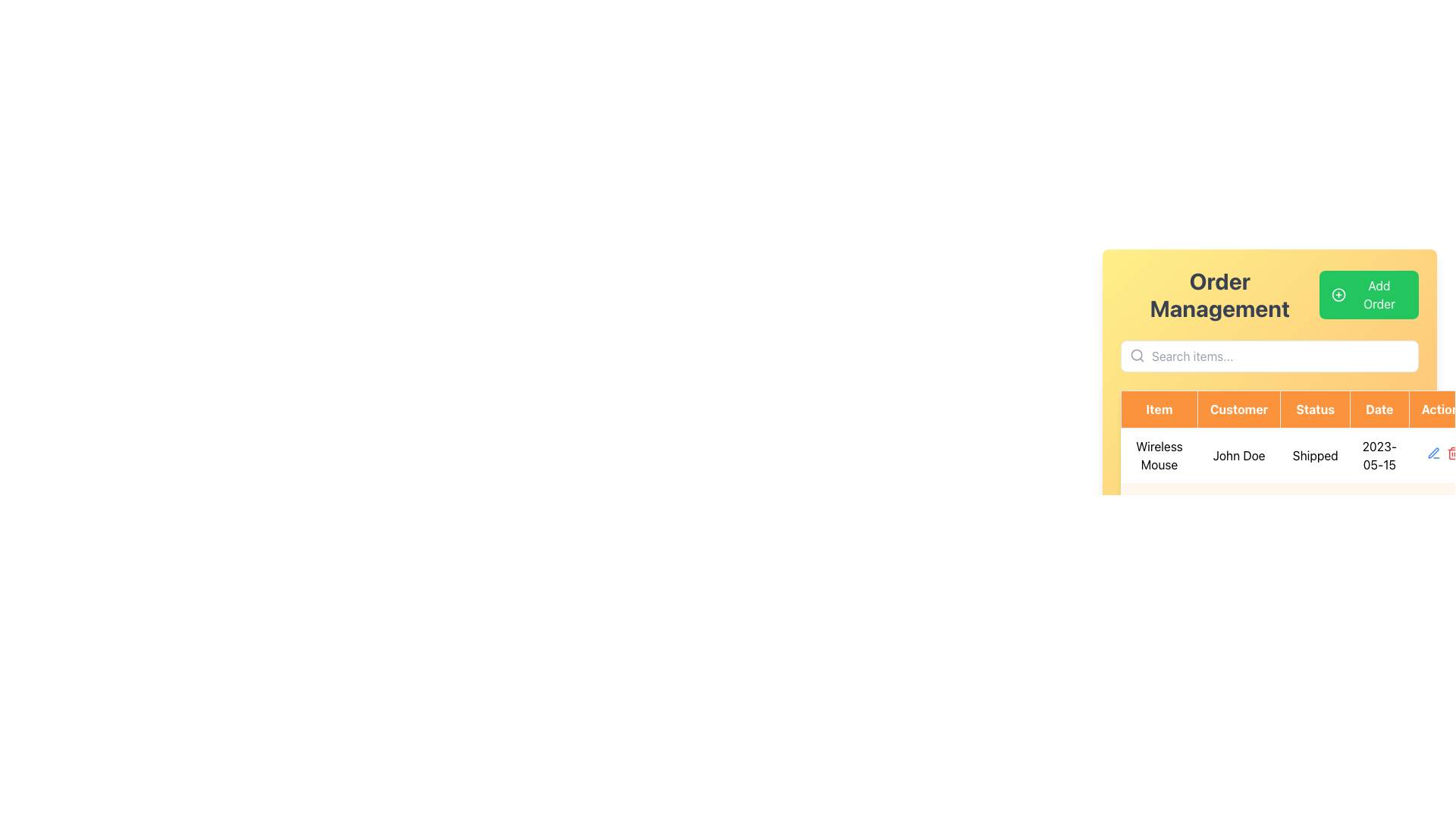 Image resolution: width=1456 pixels, height=819 pixels. What do you see at coordinates (1158, 409) in the screenshot?
I see `the header labeled 'Item' which is a rectangular button-like component with an orange background and white text, positioned at the top-left corner of the table` at bounding box center [1158, 409].